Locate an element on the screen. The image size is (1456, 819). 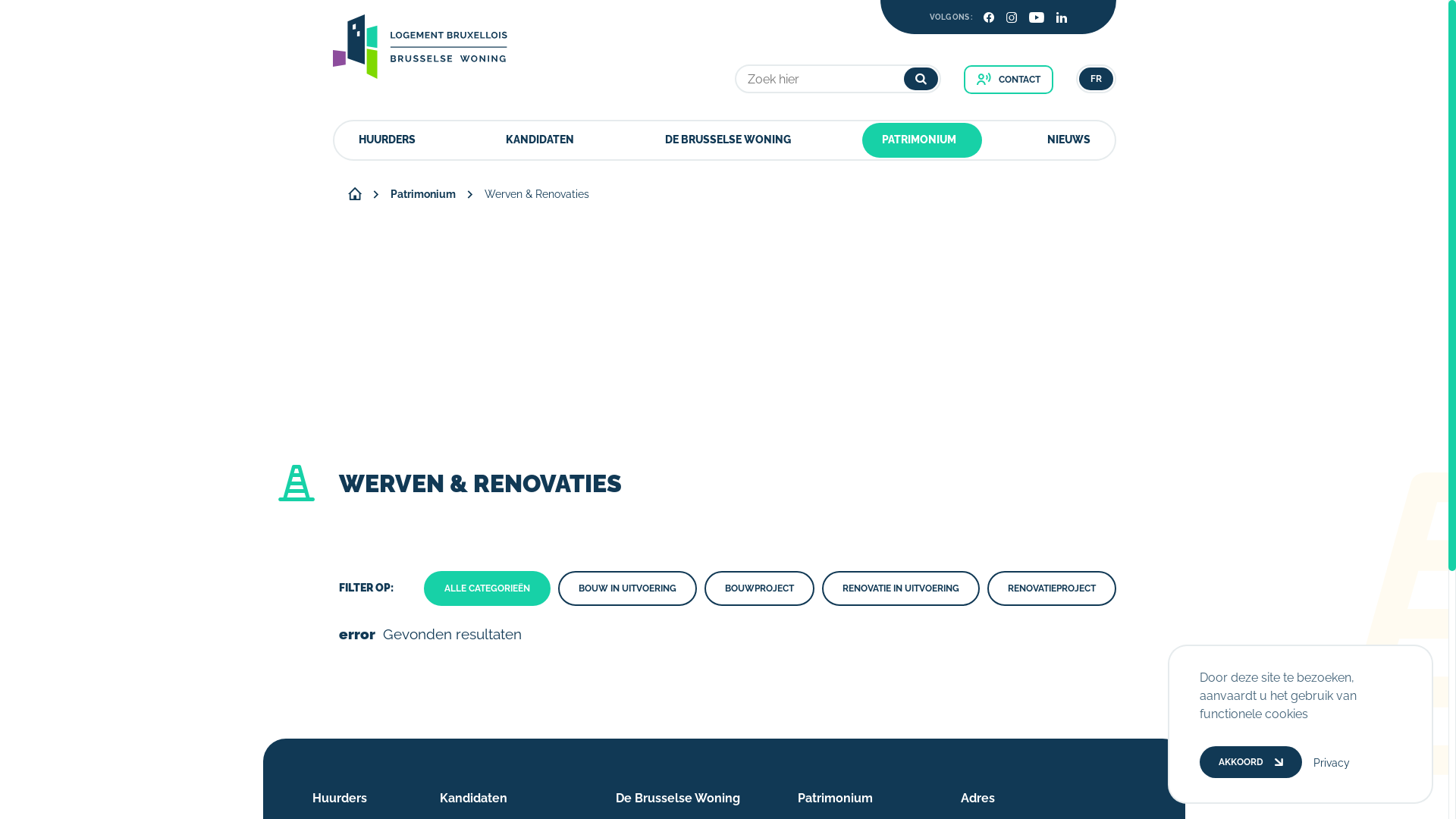
'Privacy' is located at coordinates (1331, 763).